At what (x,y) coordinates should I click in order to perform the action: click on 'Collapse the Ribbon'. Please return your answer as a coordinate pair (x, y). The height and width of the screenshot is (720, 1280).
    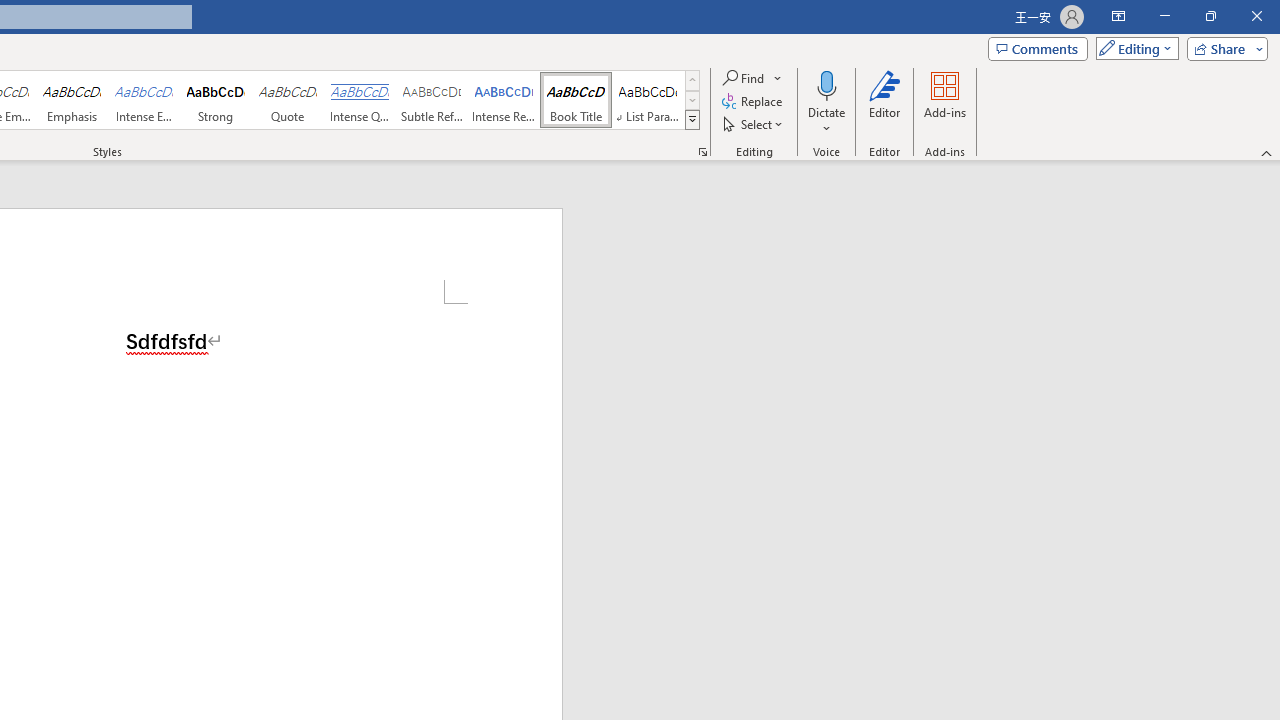
    Looking at the image, I should click on (1266, 152).